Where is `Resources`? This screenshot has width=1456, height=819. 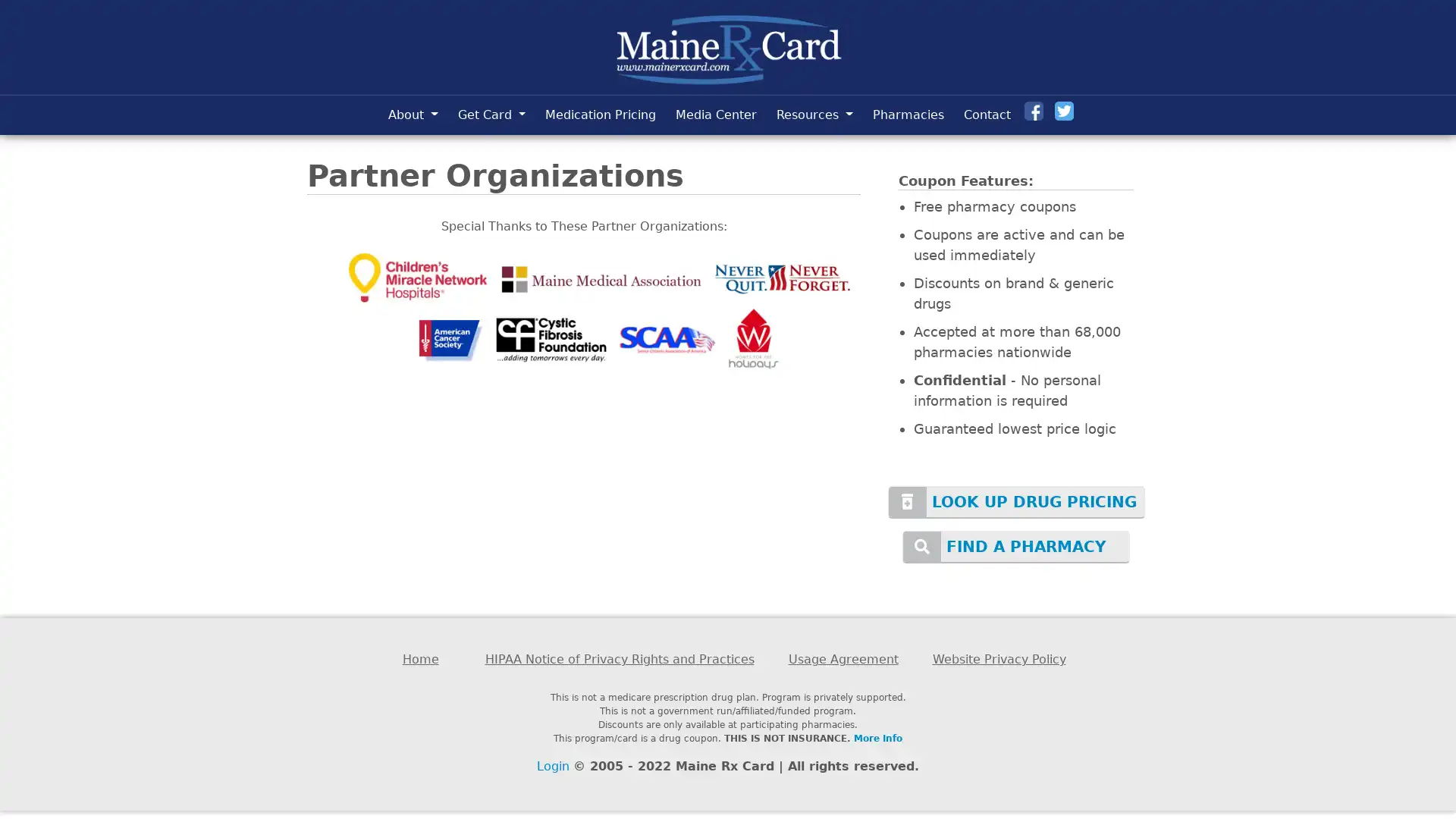 Resources is located at coordinates (814, 114).